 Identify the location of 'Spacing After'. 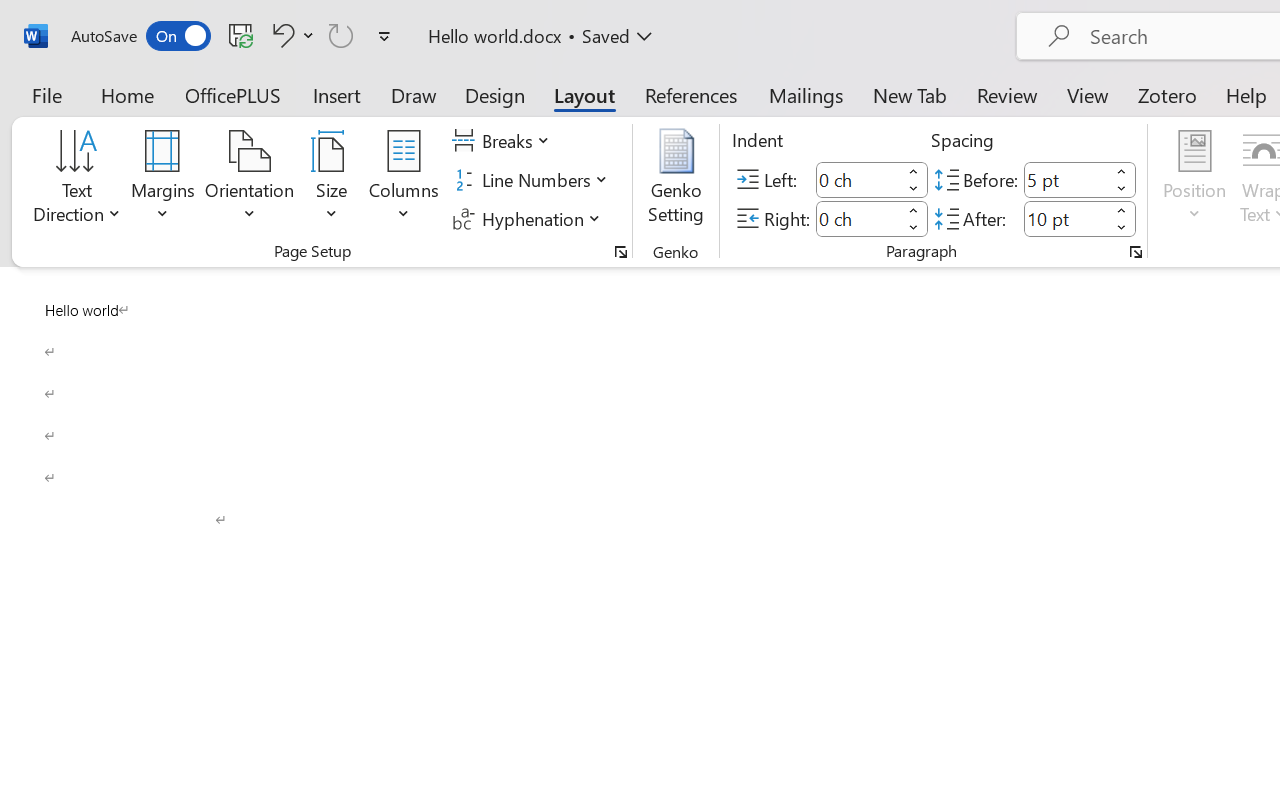
(1065, 218).